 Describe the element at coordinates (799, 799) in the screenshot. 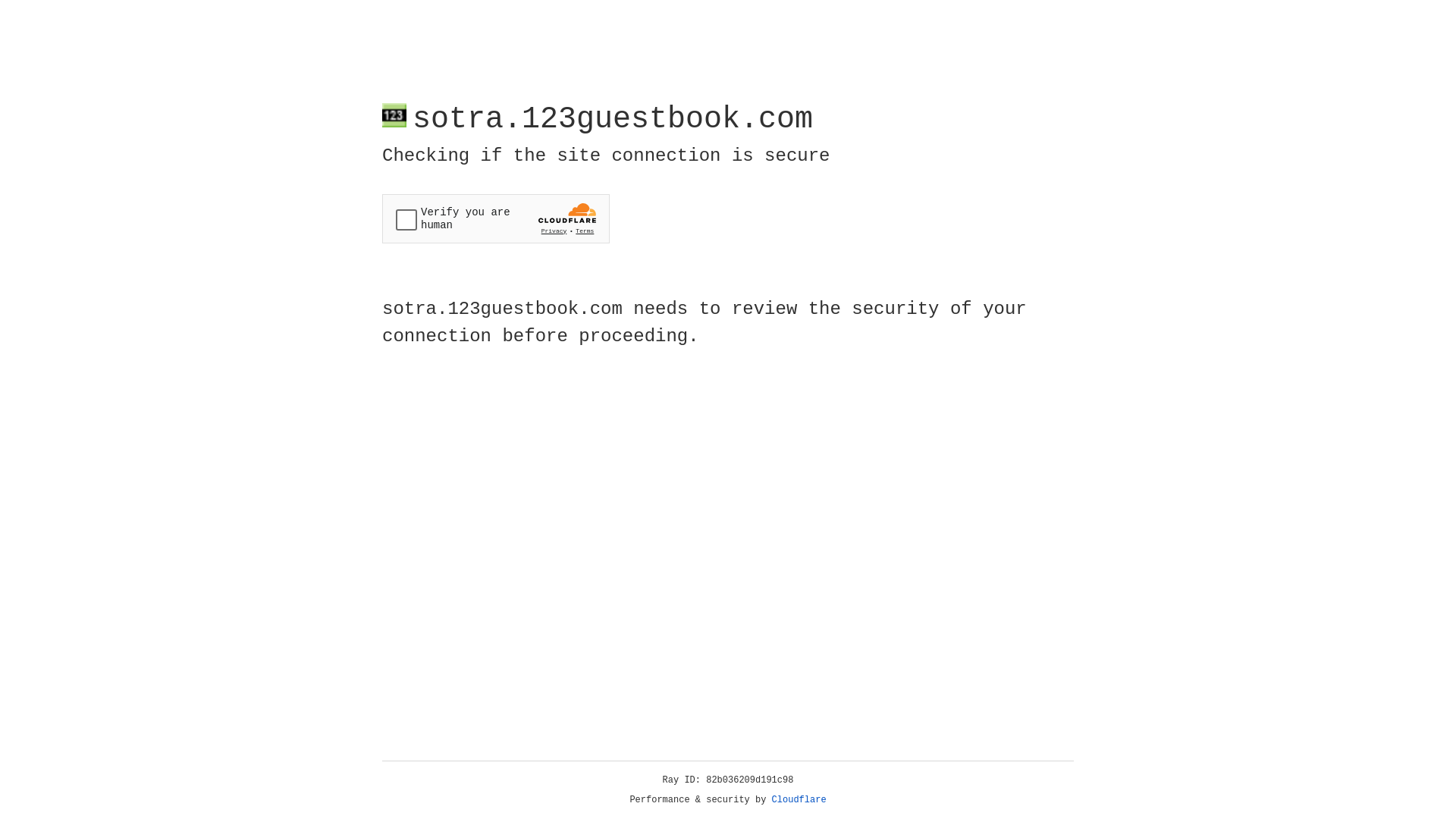

I see `'Cloudflare'` at that location.